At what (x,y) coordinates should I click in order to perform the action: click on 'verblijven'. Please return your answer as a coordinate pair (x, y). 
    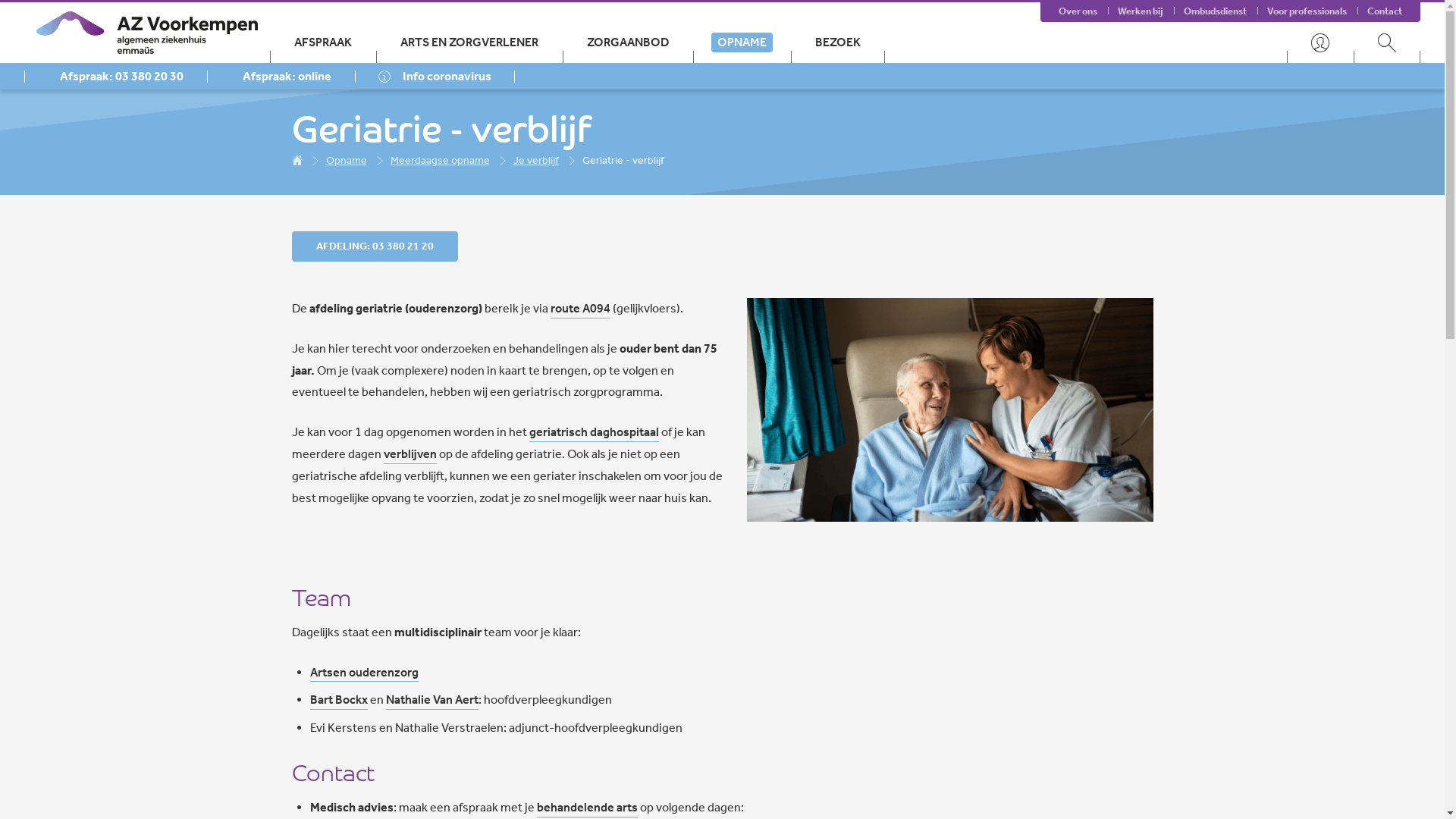
    Looking at the image, I should click on (410, 453).